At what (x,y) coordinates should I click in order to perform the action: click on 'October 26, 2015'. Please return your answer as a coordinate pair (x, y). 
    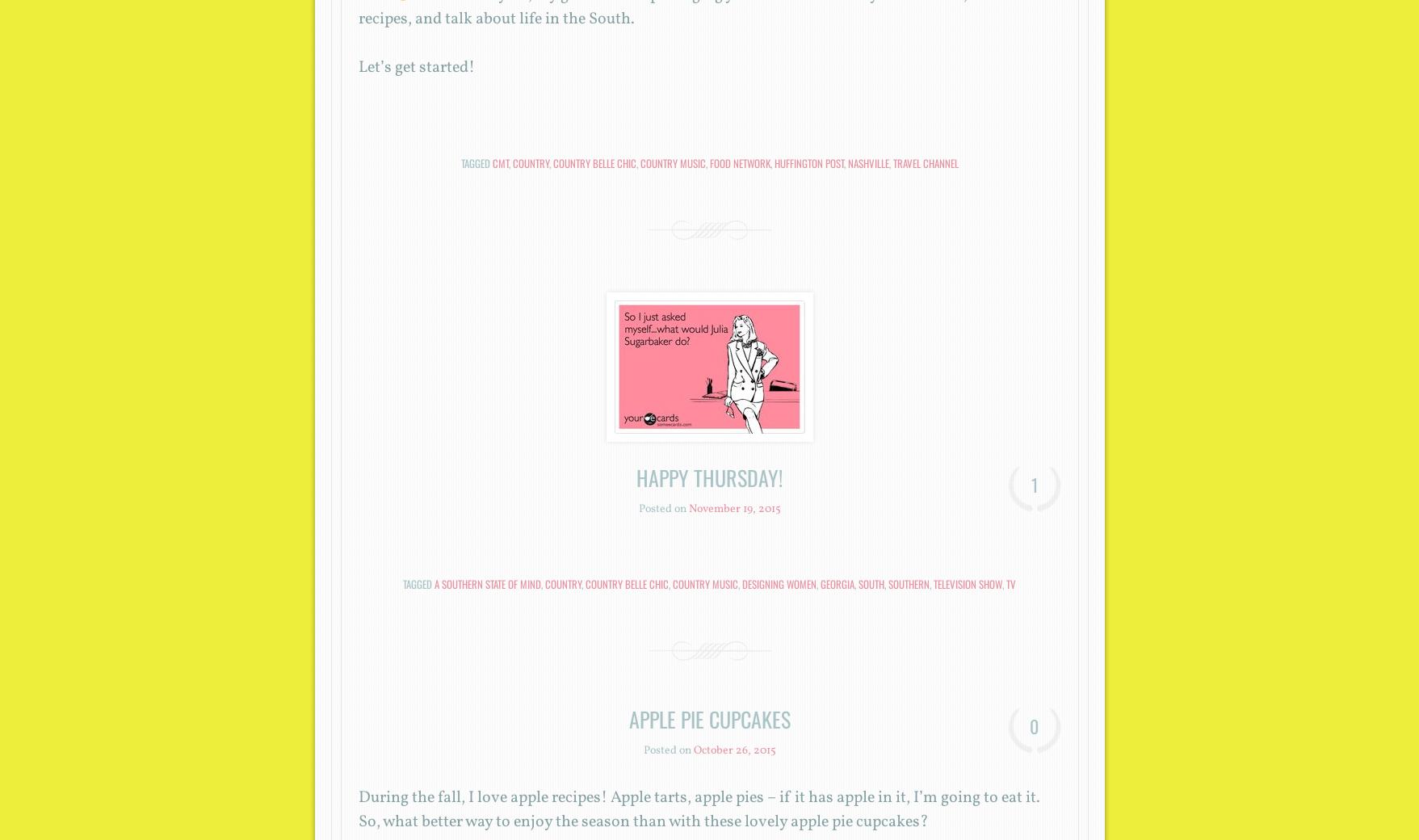
    Looking at the image, I should click on (733, 750).